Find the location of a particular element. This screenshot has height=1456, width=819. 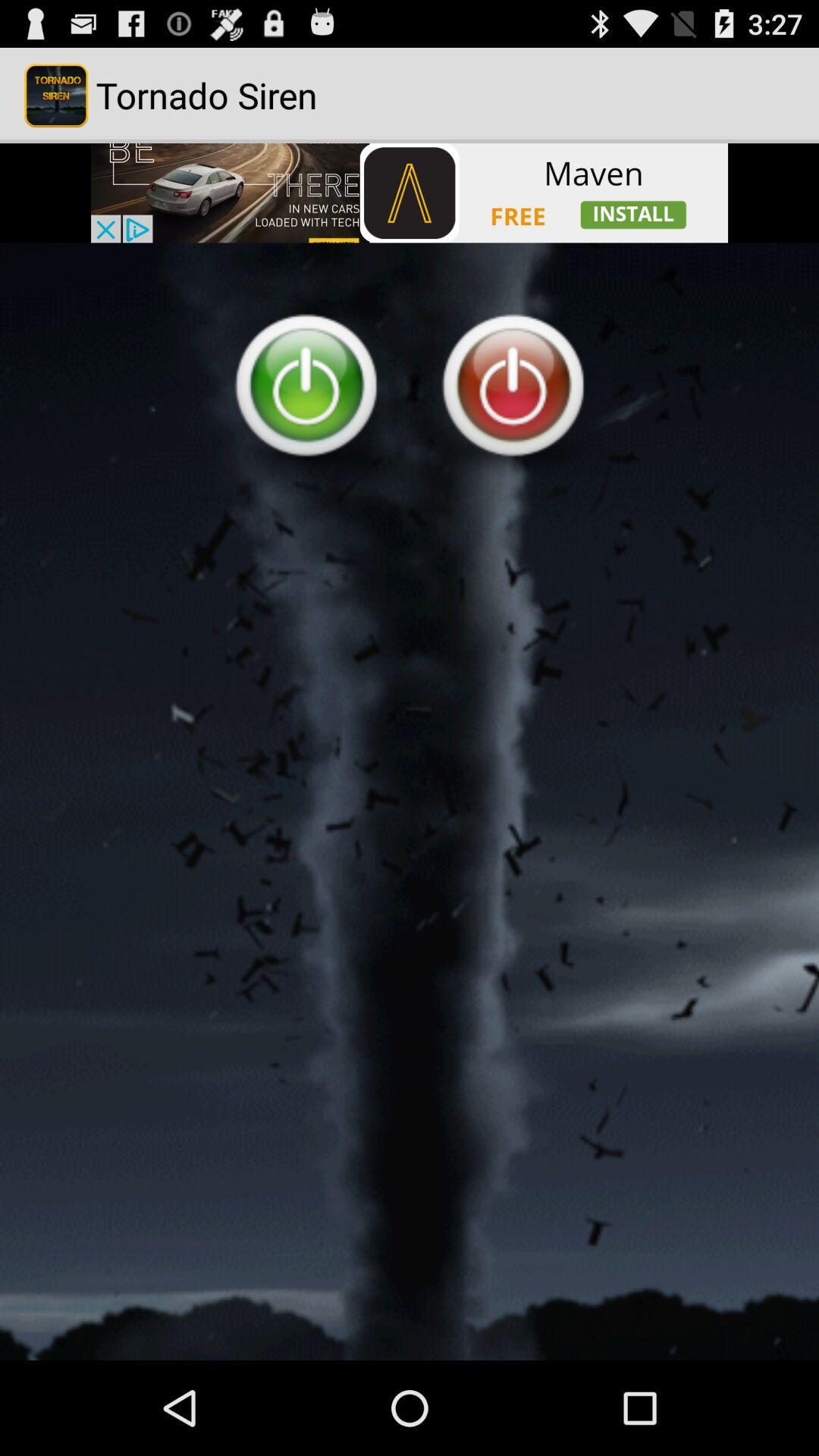

open the advertisement is located at coordinates (409, 192).